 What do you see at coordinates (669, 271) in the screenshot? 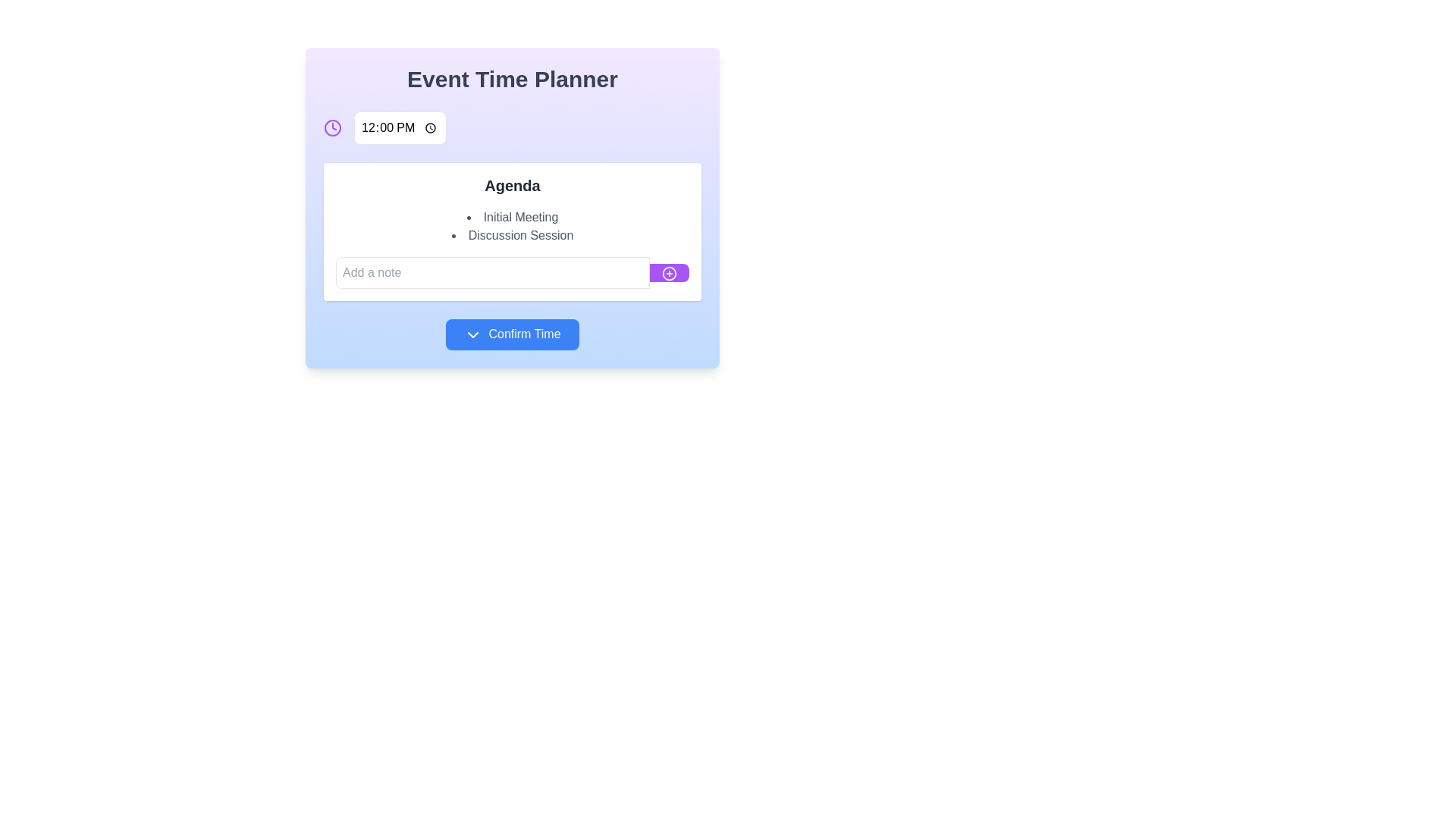
I see `the circular icon button with a plus sign, located to the far right of the note input field` at bounding box center [669, 271].